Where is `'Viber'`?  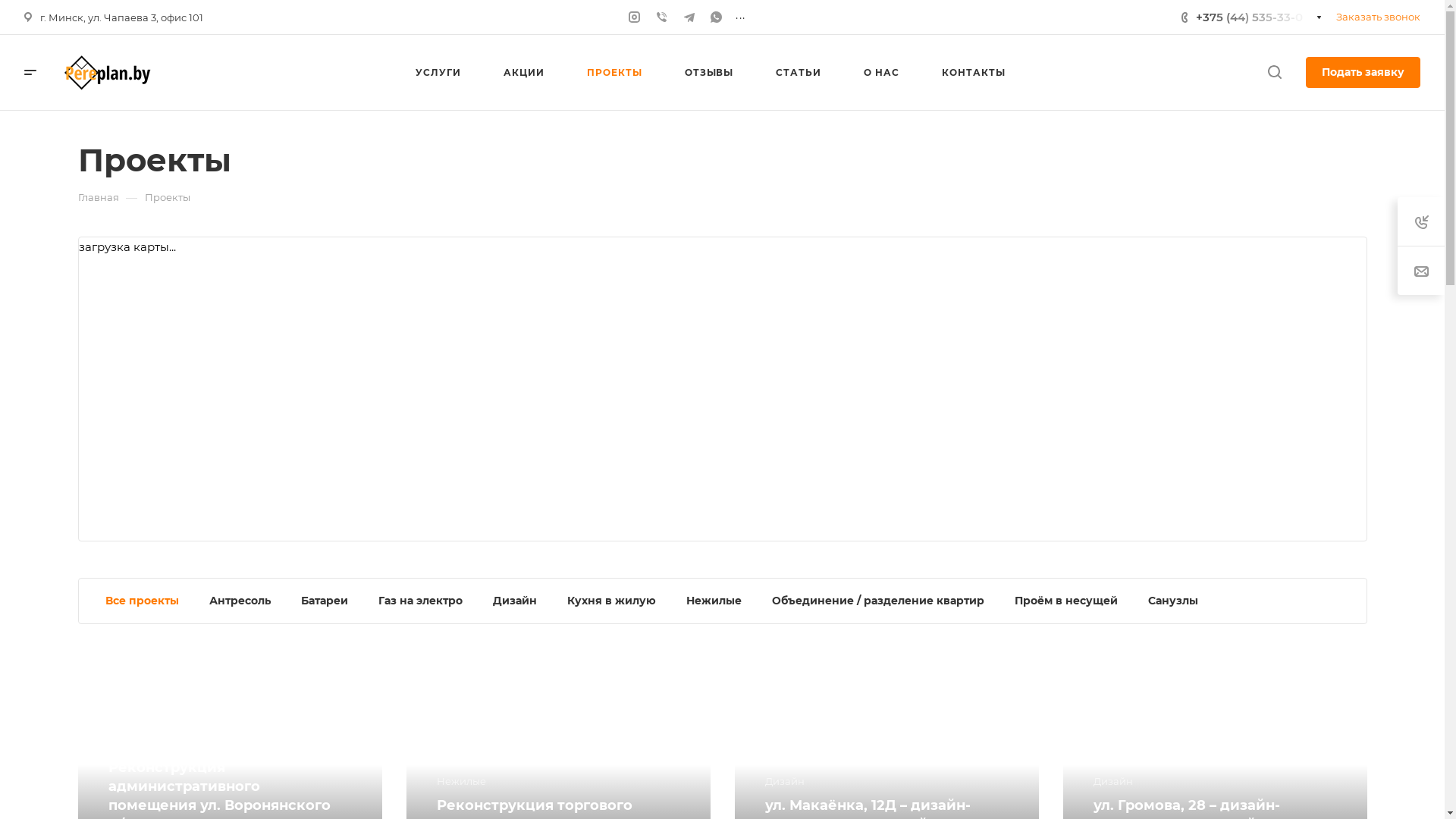 'Viber' is located at coordinates (654, 17).